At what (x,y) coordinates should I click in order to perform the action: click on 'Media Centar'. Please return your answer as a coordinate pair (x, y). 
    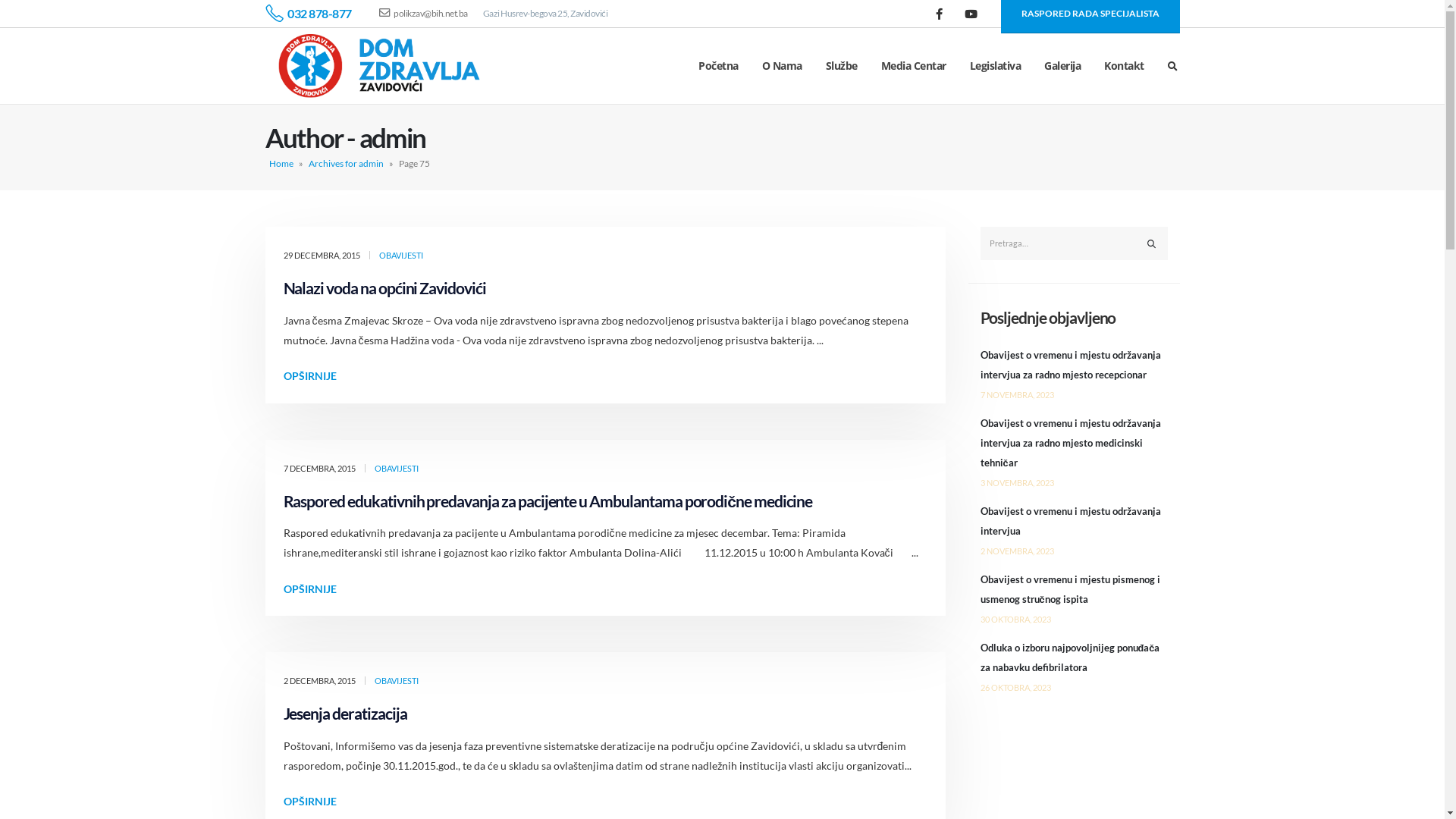
    Looking at the image, I should click on (870, 65).